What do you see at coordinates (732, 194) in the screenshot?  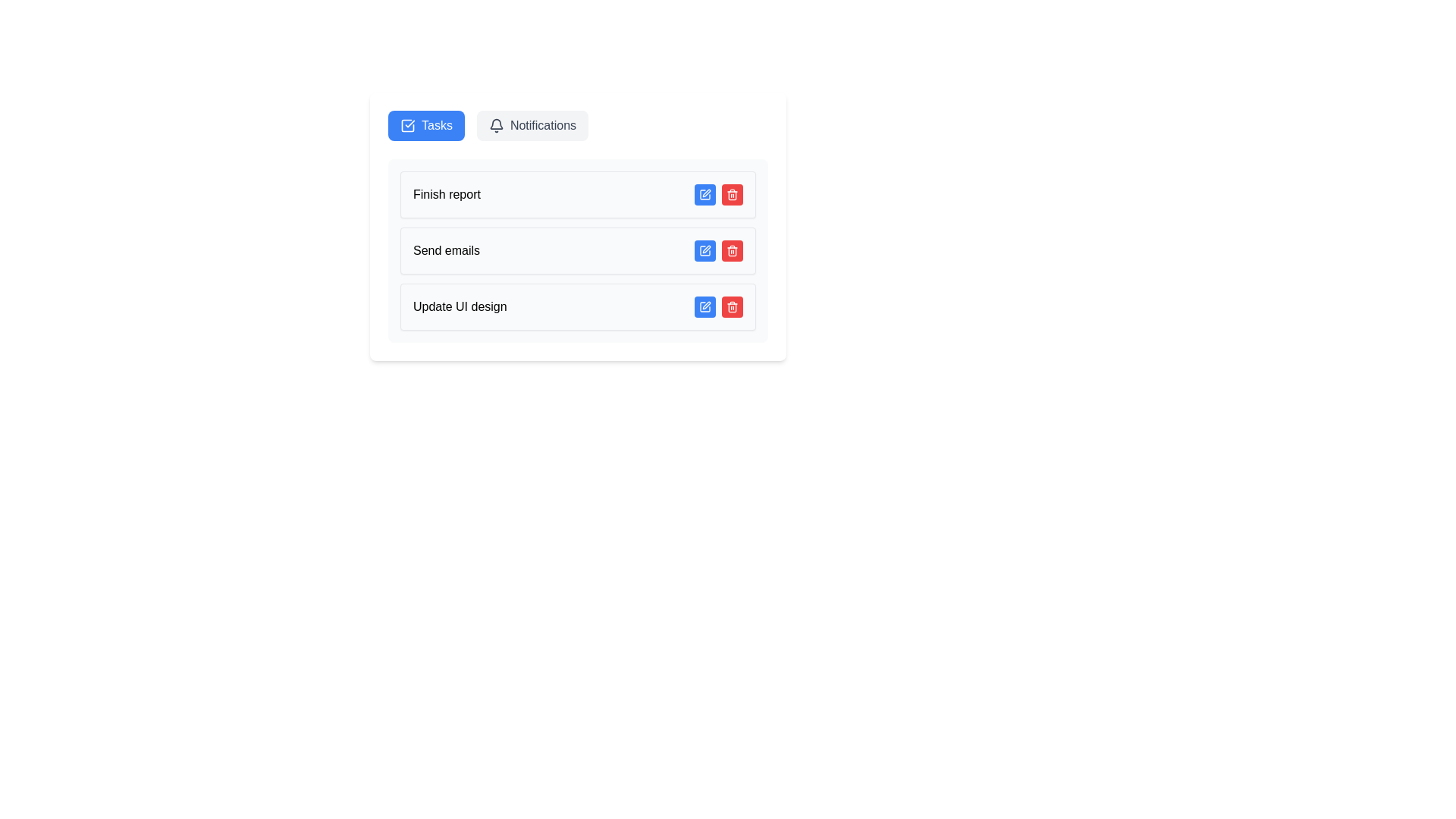 I see `the red trash can icon button, which is located to the right of the 'Finish report' task in the task list` at bounding box center [732, 194].